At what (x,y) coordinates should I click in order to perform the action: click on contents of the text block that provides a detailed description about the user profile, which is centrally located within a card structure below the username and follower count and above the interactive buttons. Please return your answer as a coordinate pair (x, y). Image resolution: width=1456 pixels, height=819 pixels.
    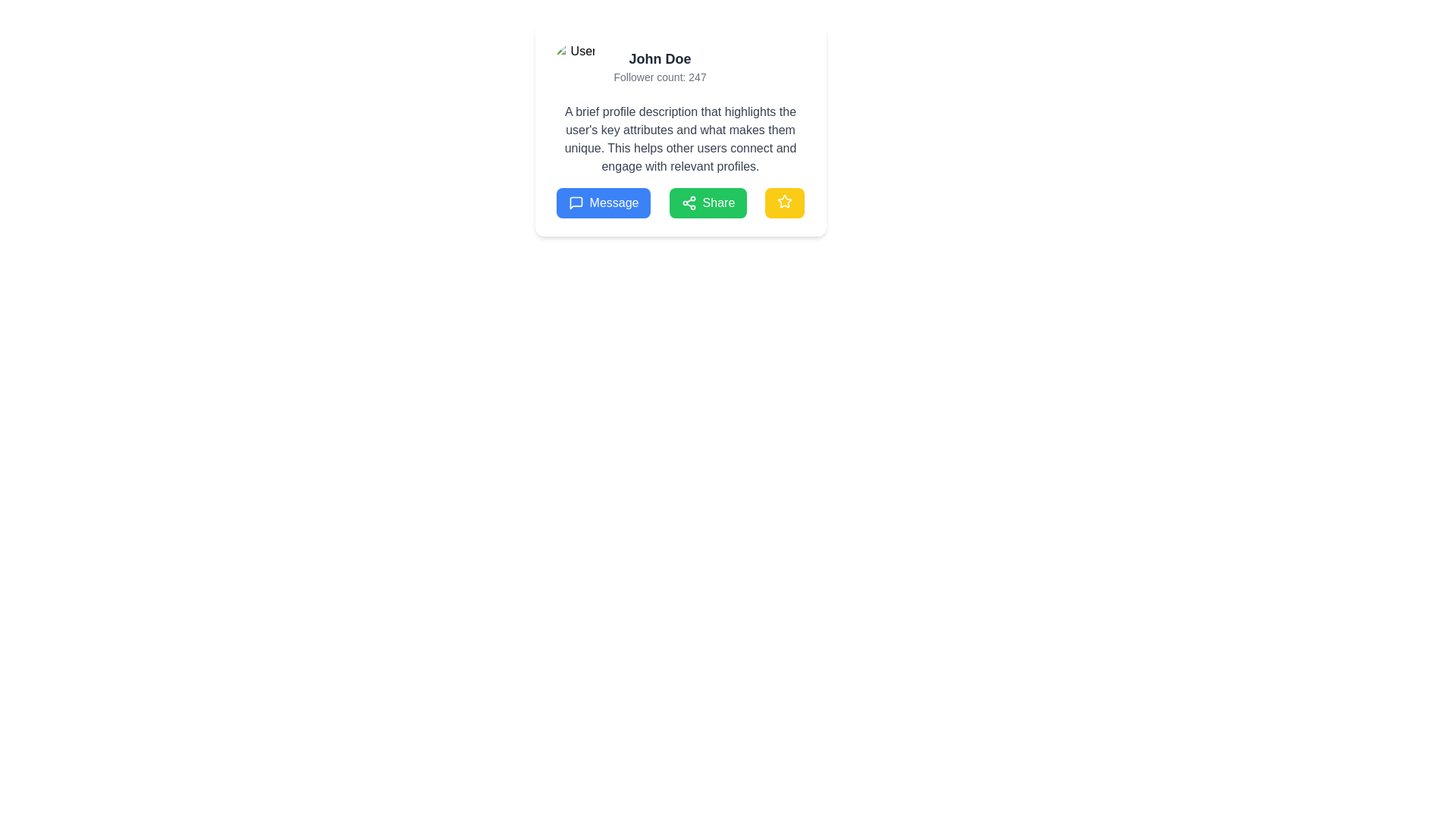
    Looking at the image, I should click on (679, 140).